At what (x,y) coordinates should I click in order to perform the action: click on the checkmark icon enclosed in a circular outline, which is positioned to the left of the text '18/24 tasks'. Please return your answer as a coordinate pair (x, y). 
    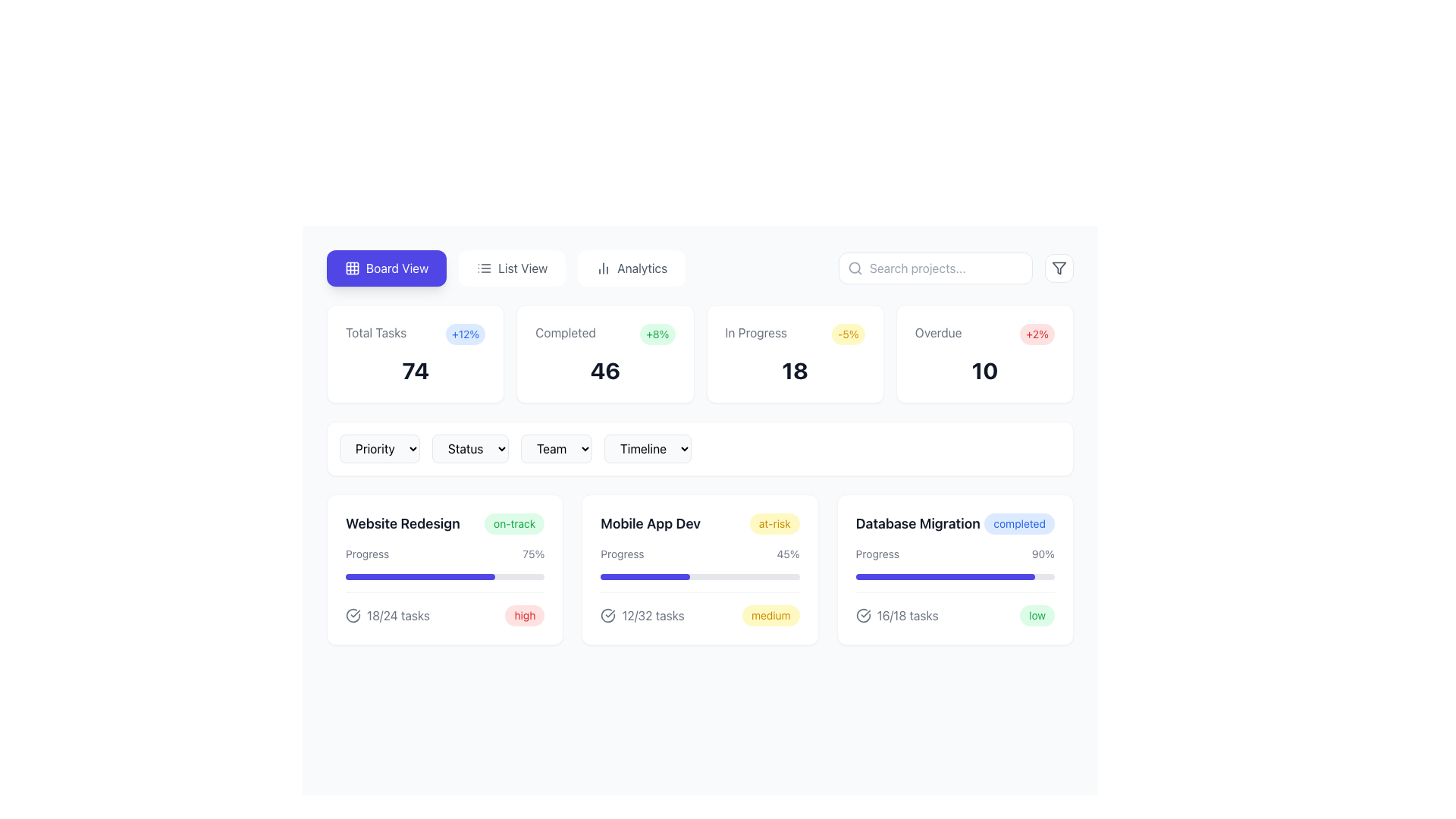
    Looking at the image, I should click on (352, 616).